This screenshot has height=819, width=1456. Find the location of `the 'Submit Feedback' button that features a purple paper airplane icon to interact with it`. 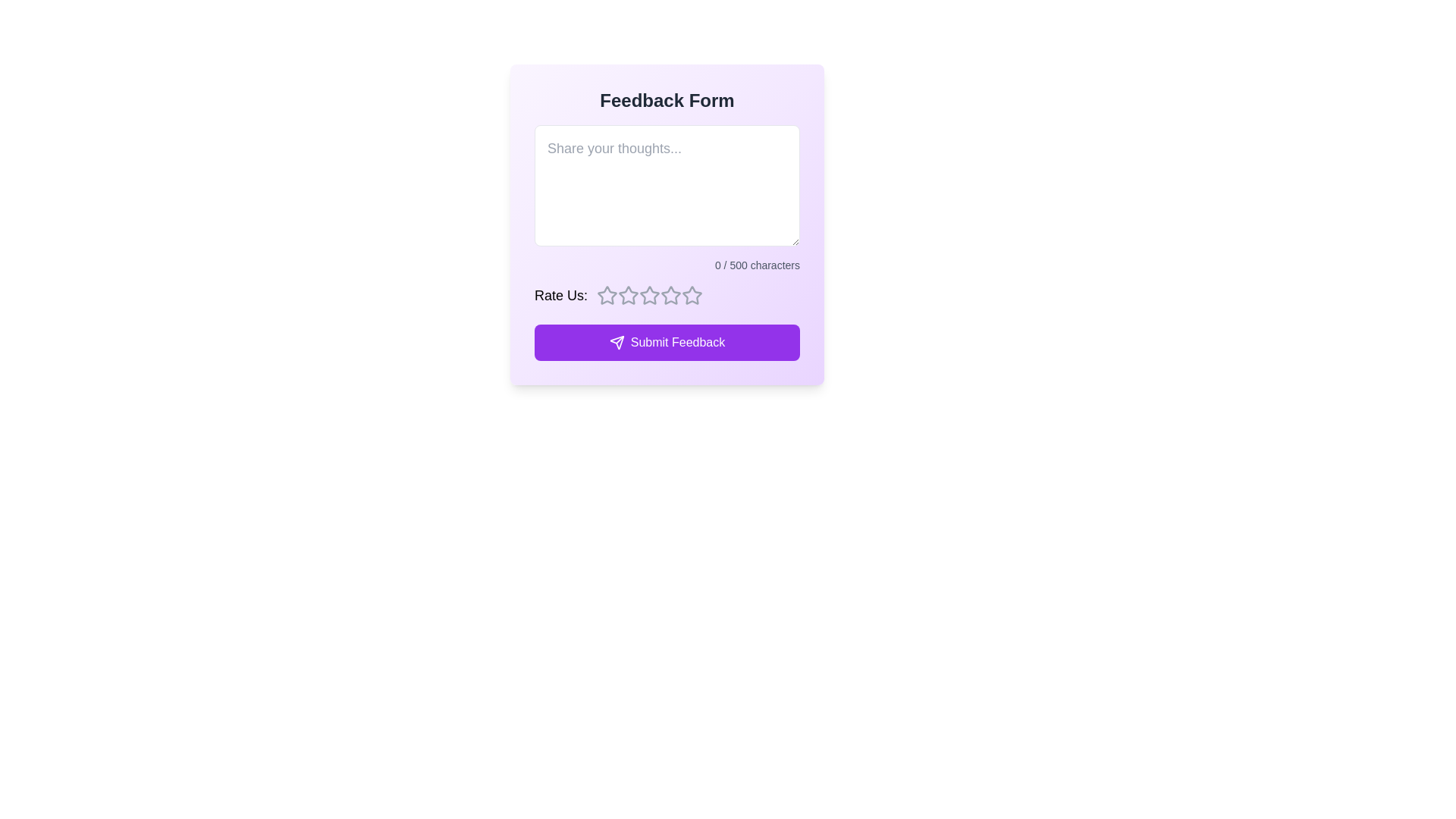

the 'Submit Feedback' button that features a purple paper airplane icon to interact with it is located at coordinates (617, 342).